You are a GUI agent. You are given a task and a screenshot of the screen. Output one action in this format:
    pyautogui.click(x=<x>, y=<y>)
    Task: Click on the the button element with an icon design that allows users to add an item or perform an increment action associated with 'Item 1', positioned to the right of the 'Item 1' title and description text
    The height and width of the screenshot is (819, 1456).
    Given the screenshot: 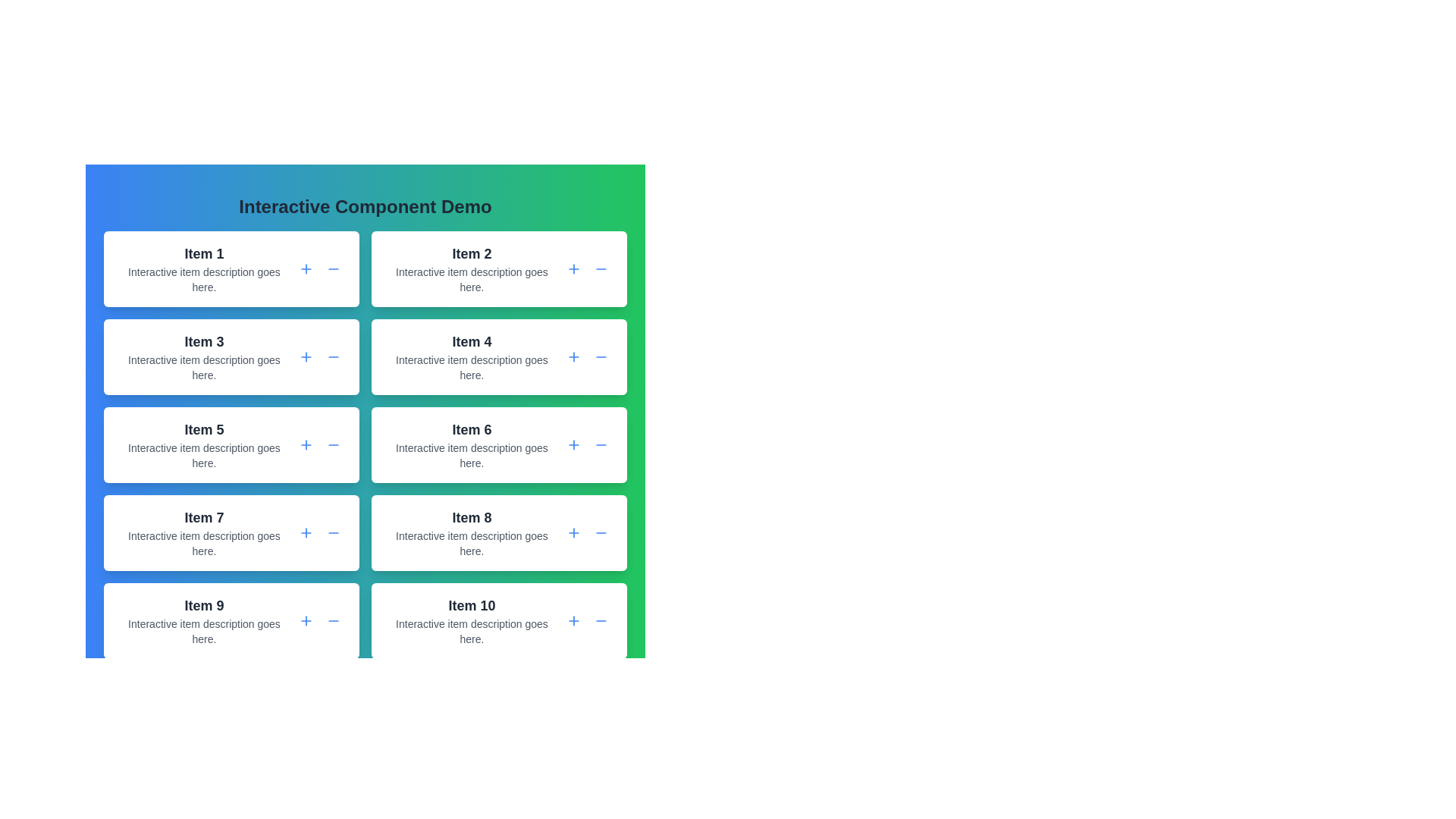 What is the action you would take?
    pyautogui.click(x=305, y=268)
    